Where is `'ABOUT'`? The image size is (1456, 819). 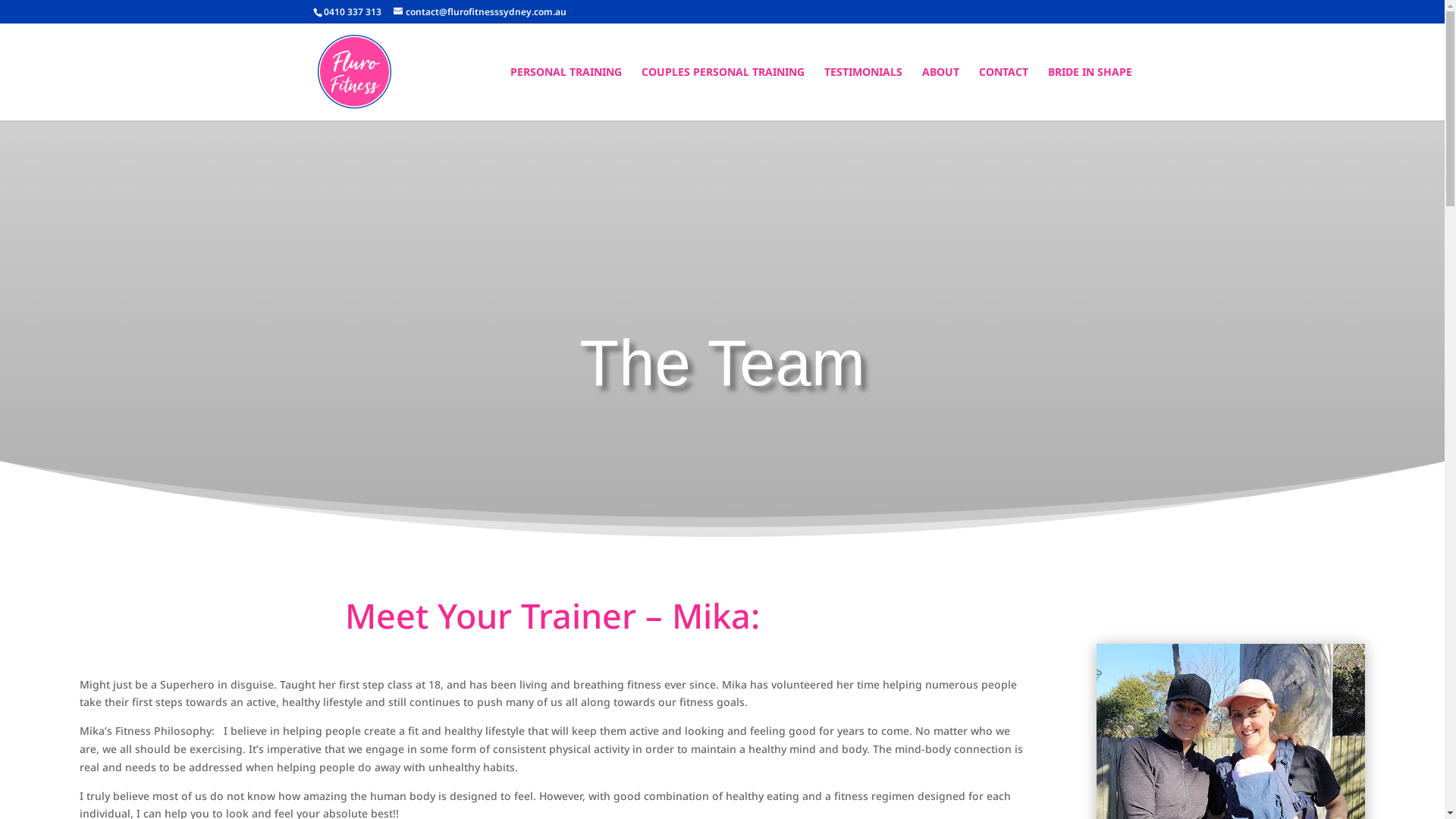
'ABOUT' is located at coordinates (940, 93).